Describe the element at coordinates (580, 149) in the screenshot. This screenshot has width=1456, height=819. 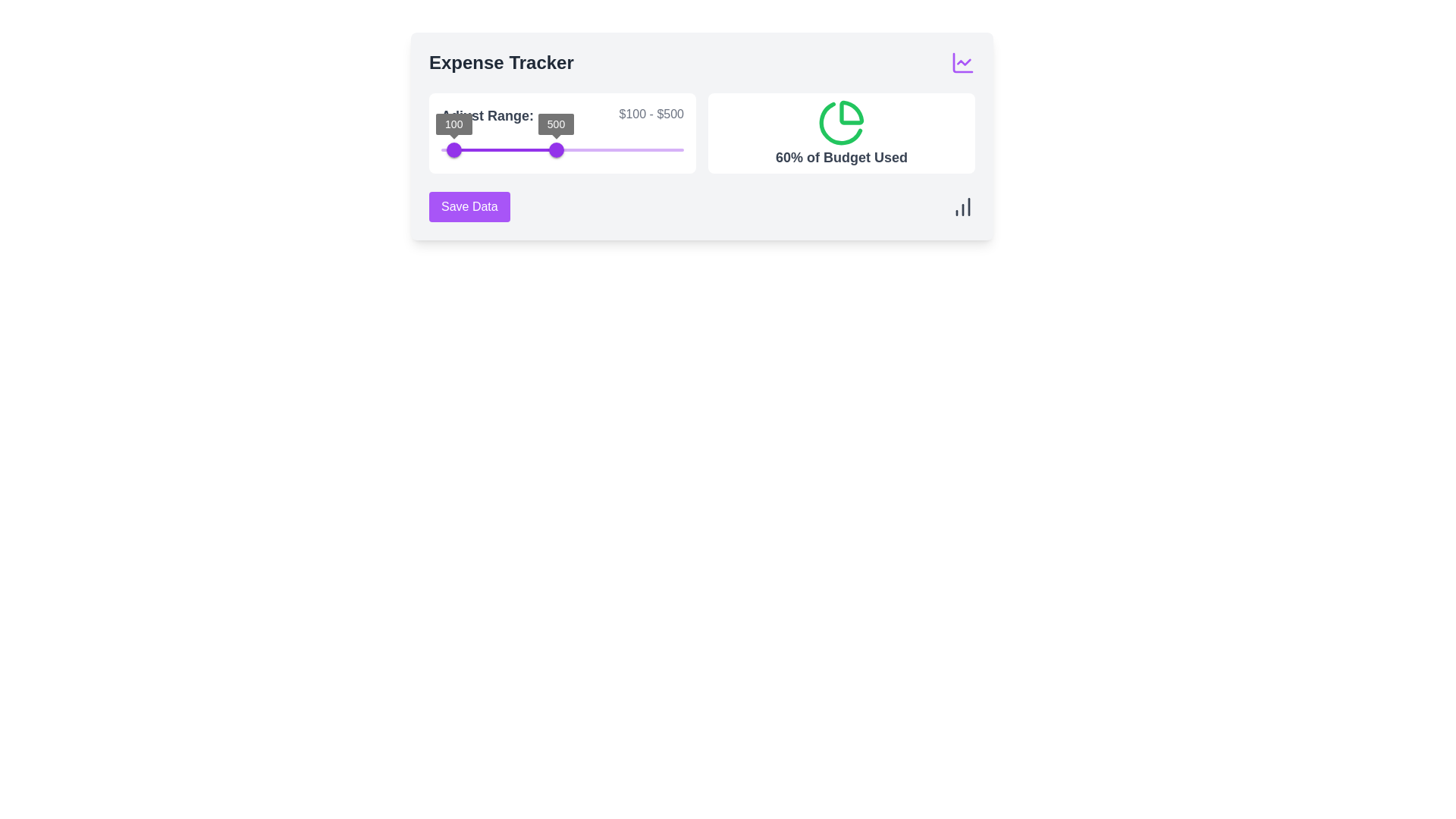
I see `the slider` at that location.